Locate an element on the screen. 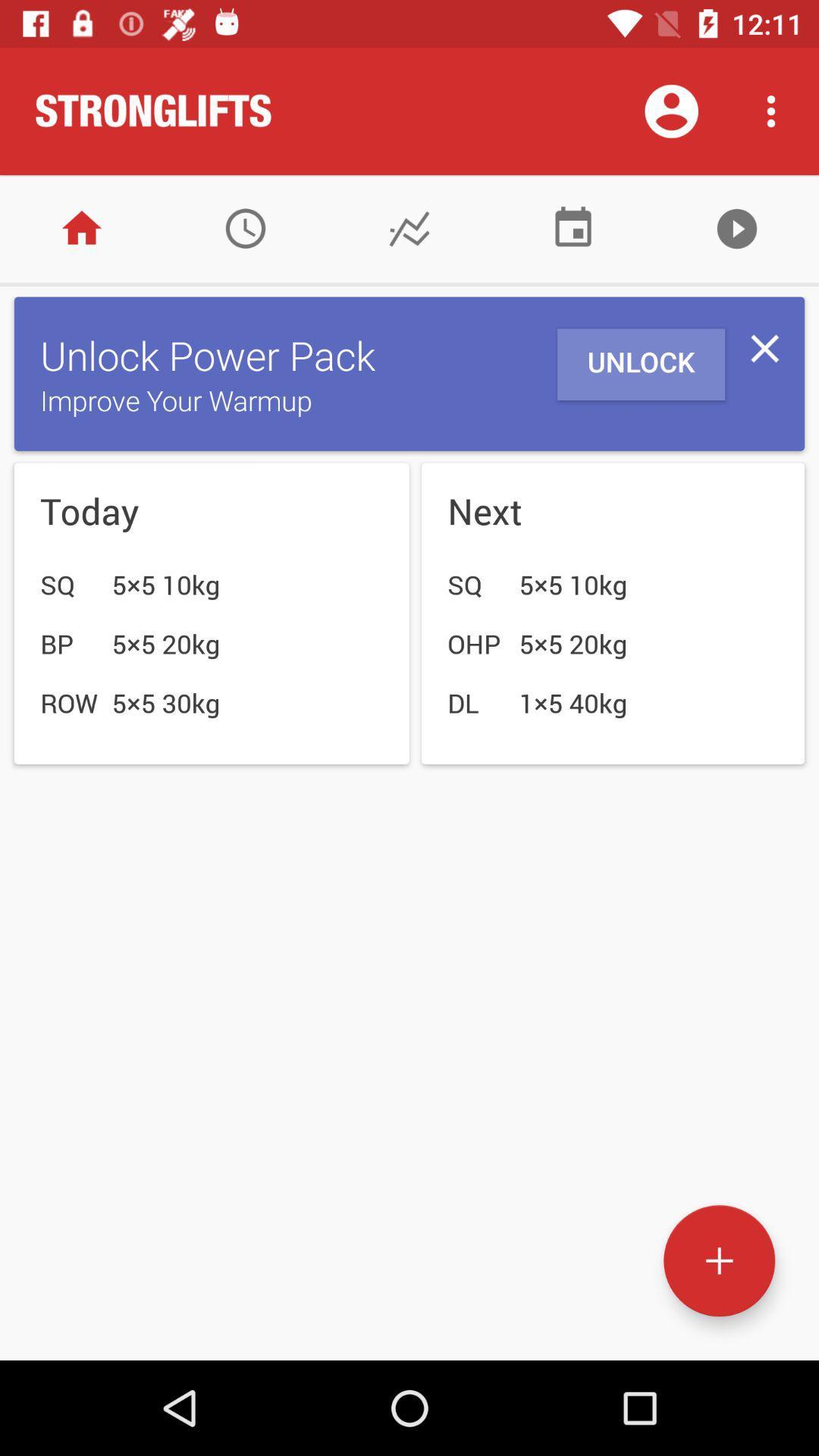  loads videos on the app is located at coordinates (736, 227).